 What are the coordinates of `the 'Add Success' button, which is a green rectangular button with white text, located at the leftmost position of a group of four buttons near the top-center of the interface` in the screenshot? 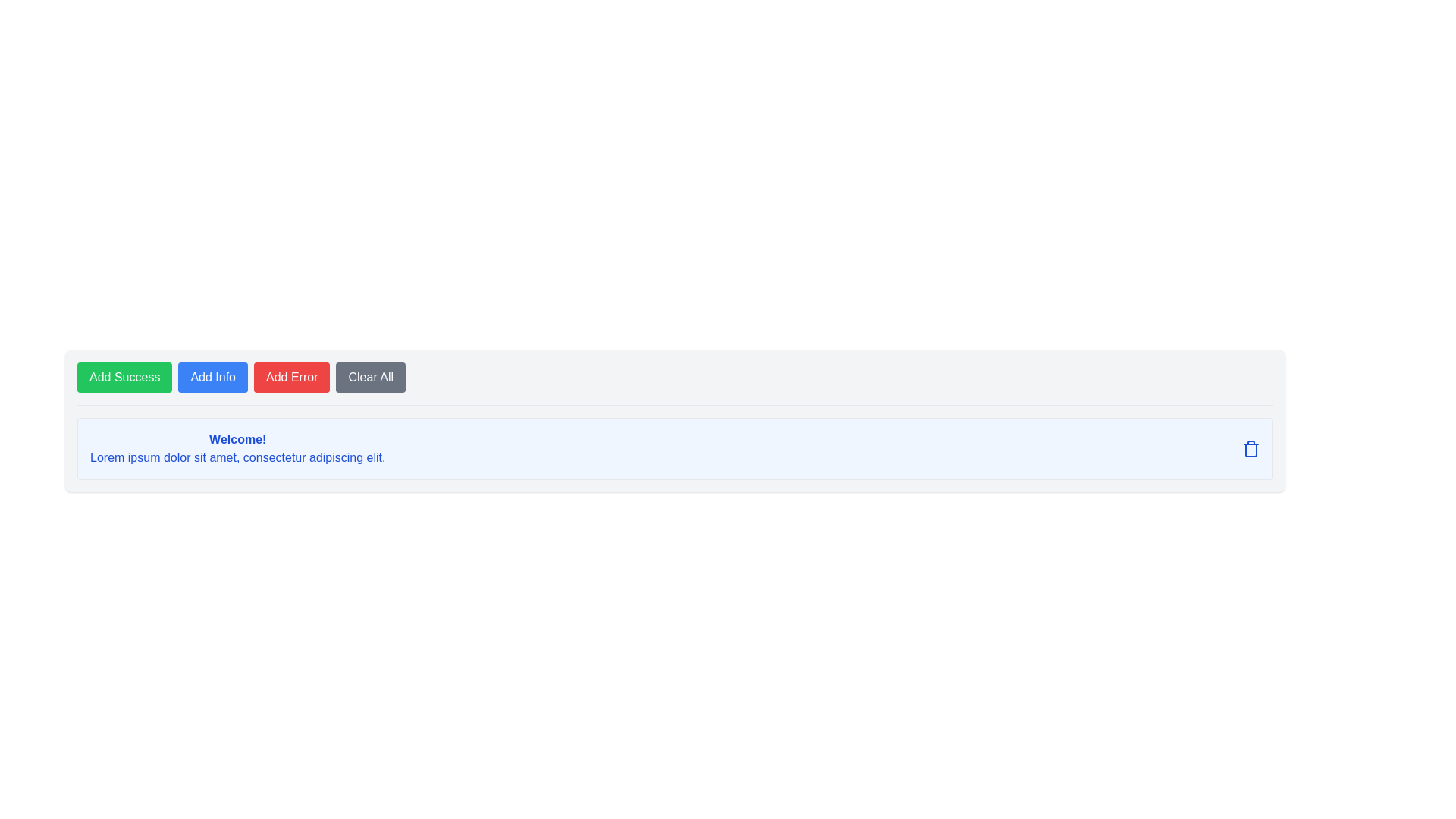 It's located at (124, 376).